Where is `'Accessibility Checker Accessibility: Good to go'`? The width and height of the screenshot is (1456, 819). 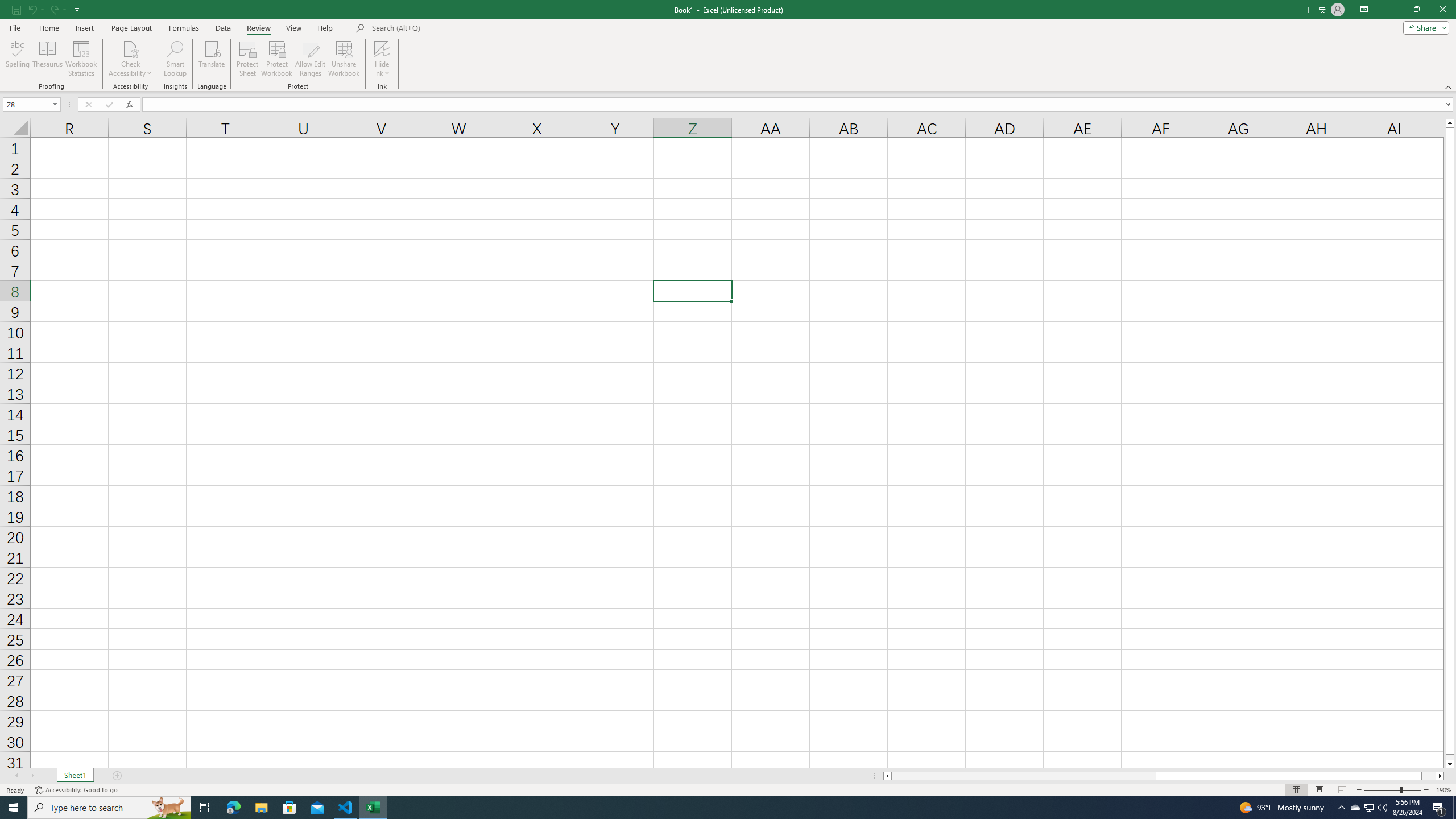
'Accessibility Checker Accessibility: Good to go' is located at coordinates (76, 790).